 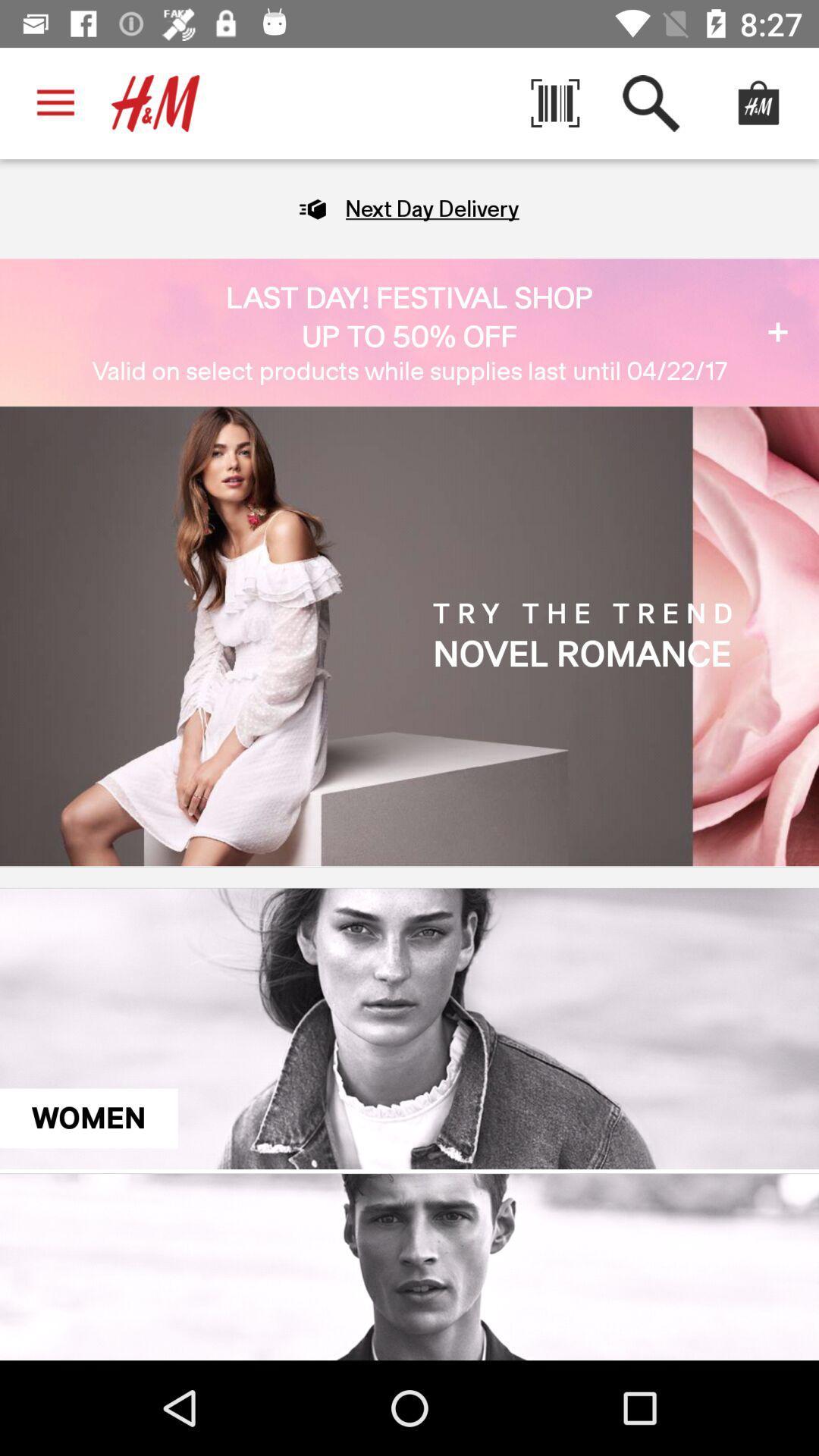 I want to click on the icon above next day delivery icon, so click(x=555, y=102).